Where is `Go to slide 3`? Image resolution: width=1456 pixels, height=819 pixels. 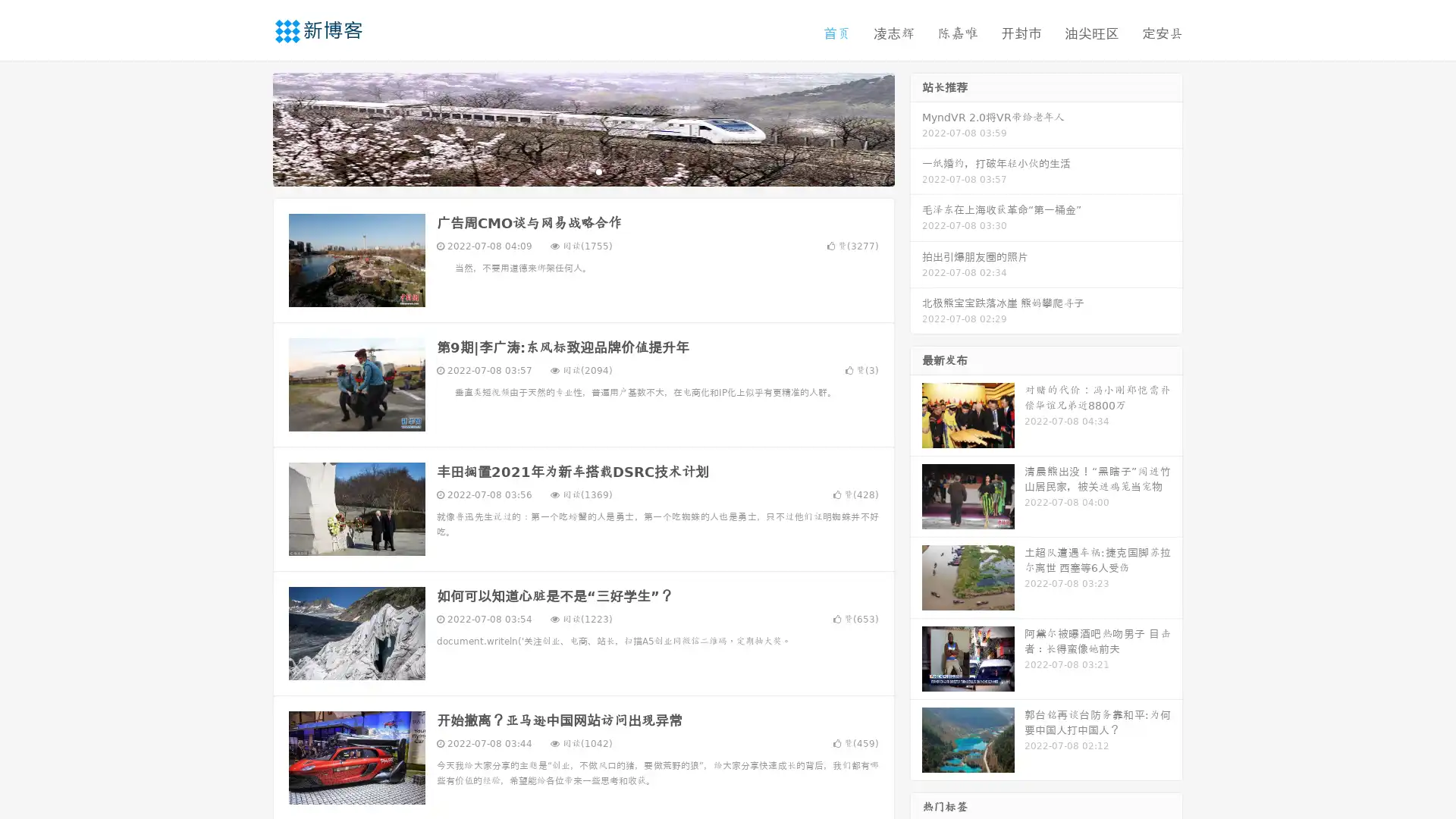
Go to slide 3 is located at coordinates (598, 171).